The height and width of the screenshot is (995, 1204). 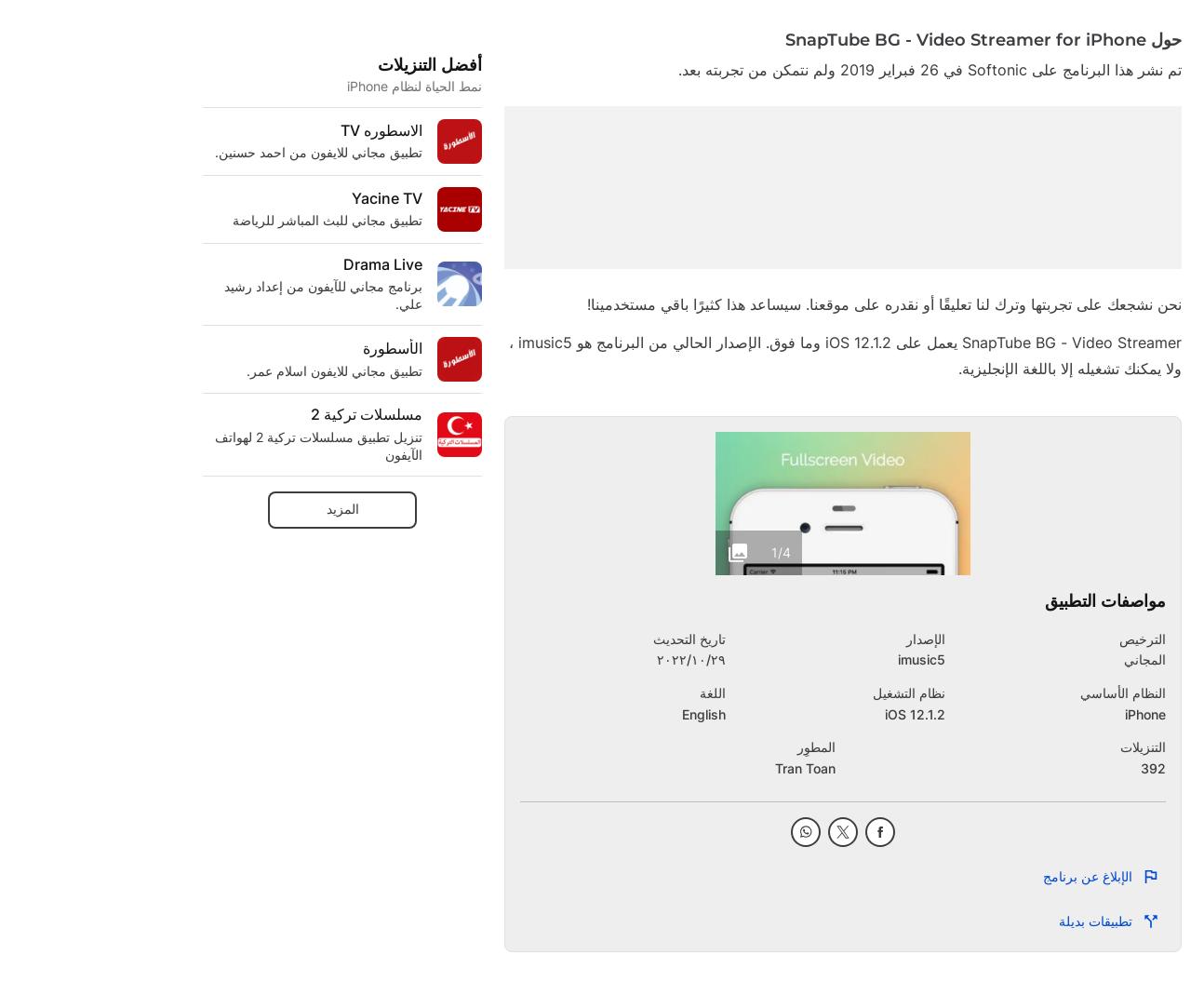 What do you see at coordinates (155, 269) in the screenshot?
I see `'E'` at bounding box center [155, 269].